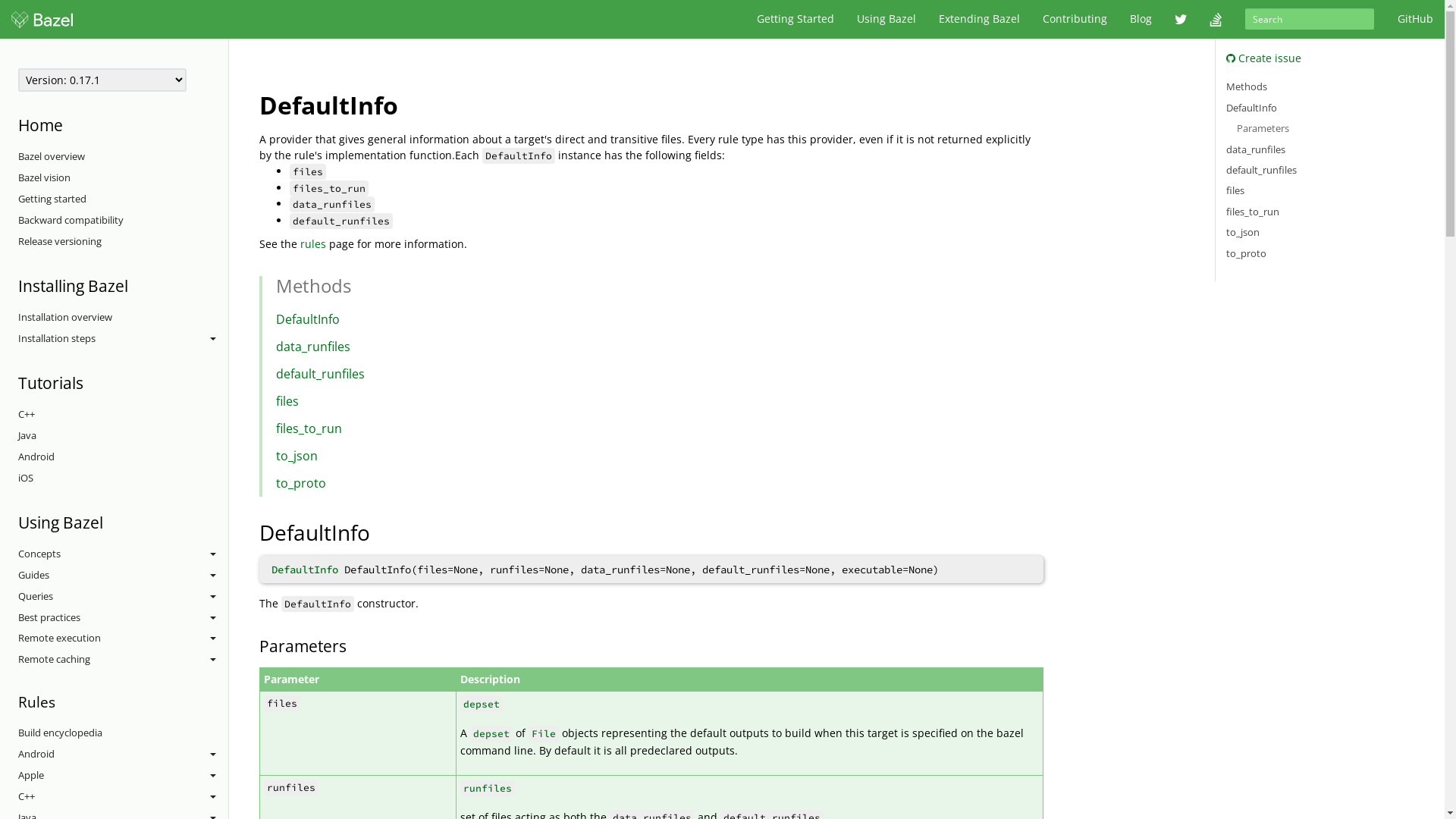 This screenshot has width=1456, height=819. What do you see at coordinates (123, 177) in the screenshot?
I see `'Bazel vision'` at bounding box center [123, 177].